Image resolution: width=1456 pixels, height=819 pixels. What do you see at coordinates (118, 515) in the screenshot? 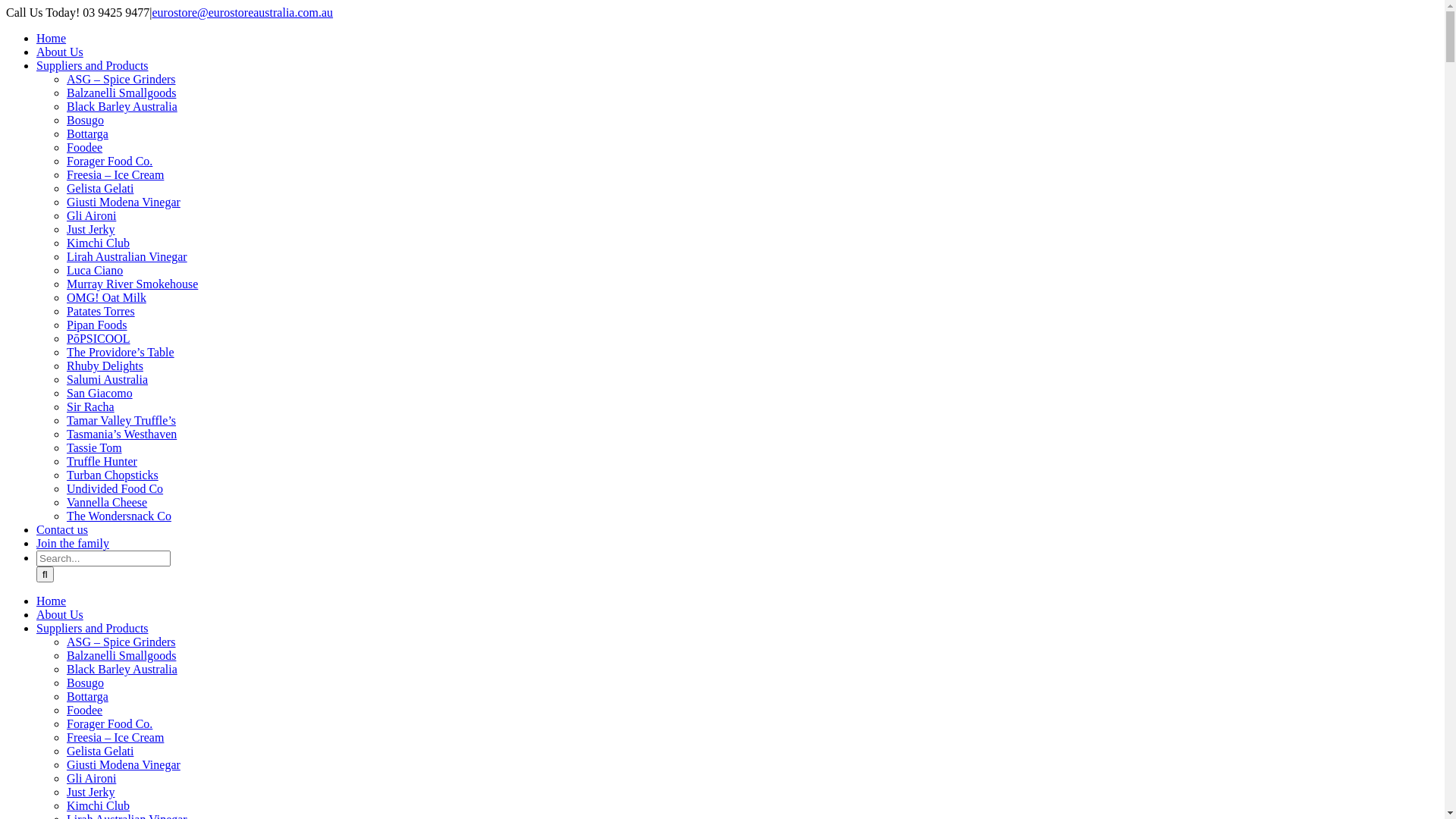
I see `'The Wondersnack Co'` at bounding box center [118, 515].